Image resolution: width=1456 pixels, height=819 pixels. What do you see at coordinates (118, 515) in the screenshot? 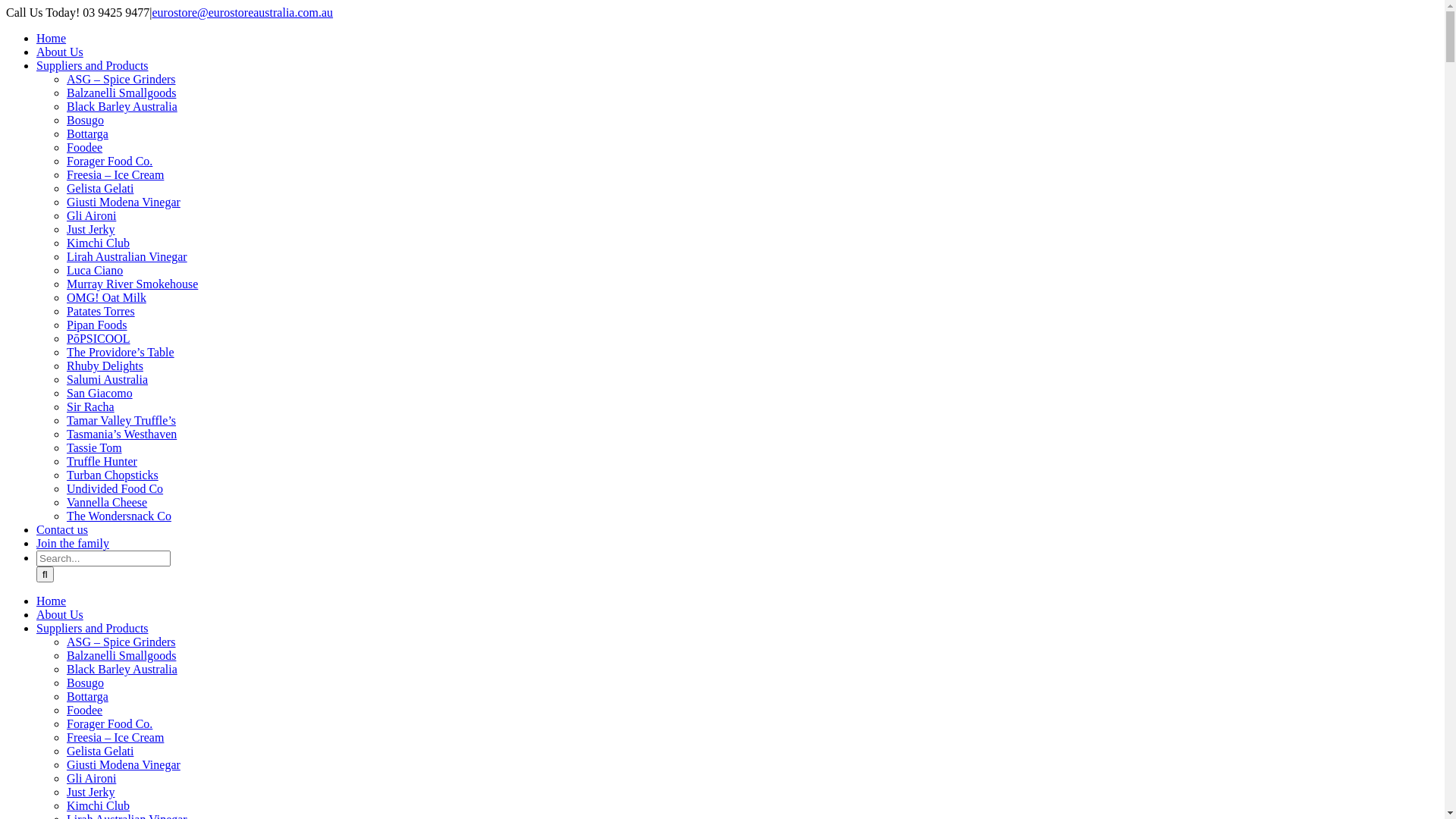
I see `'The Wondersnack Co'` at bounding box center [118, 515].